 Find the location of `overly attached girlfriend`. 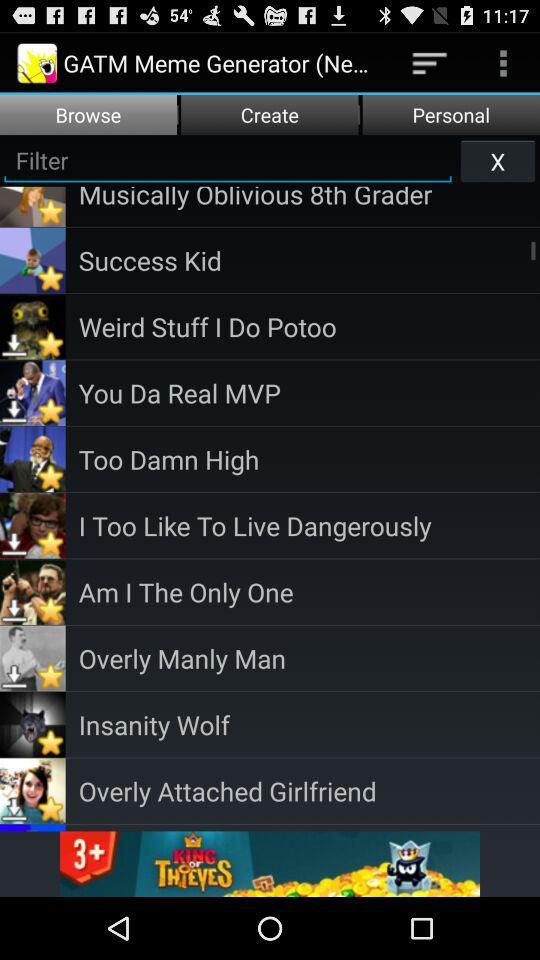

overly attached girlfriend is located at coordinates (309, 791).